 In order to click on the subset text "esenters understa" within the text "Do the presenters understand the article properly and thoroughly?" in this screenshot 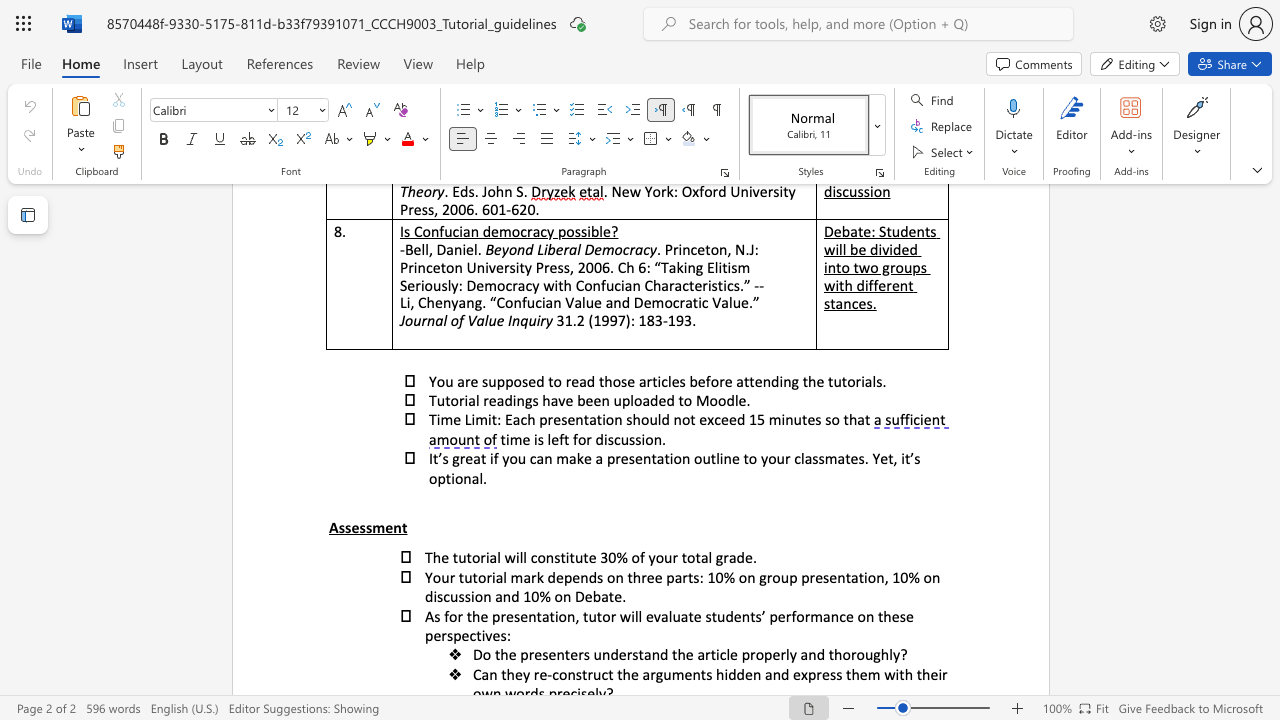, I will do `click(534, 654)`.